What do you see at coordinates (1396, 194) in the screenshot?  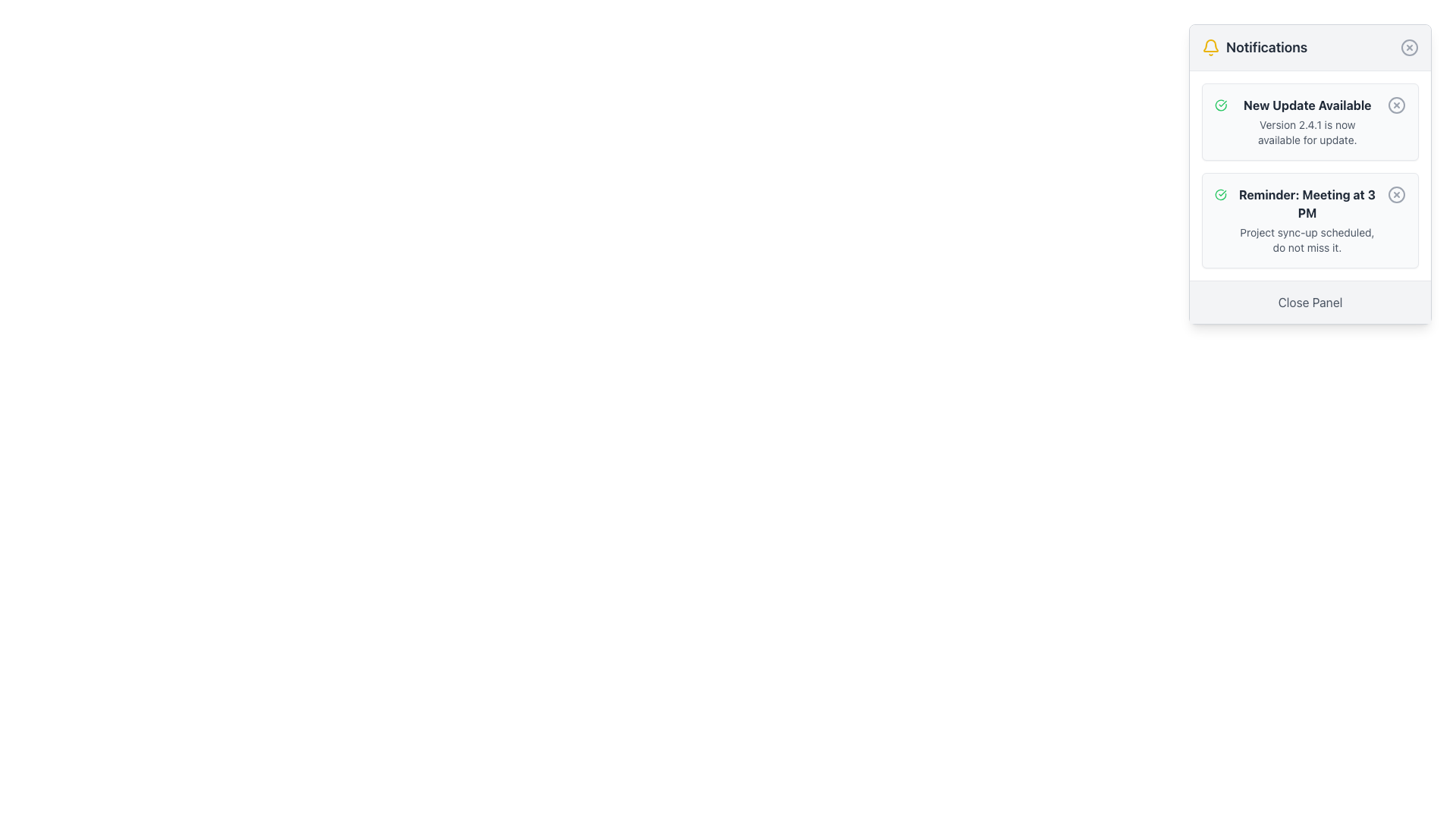 I see `the close button in the top-right corner of the notification card titled 'Reminder: Meeting at 3 PM'` at bounding box center [1396, 194].